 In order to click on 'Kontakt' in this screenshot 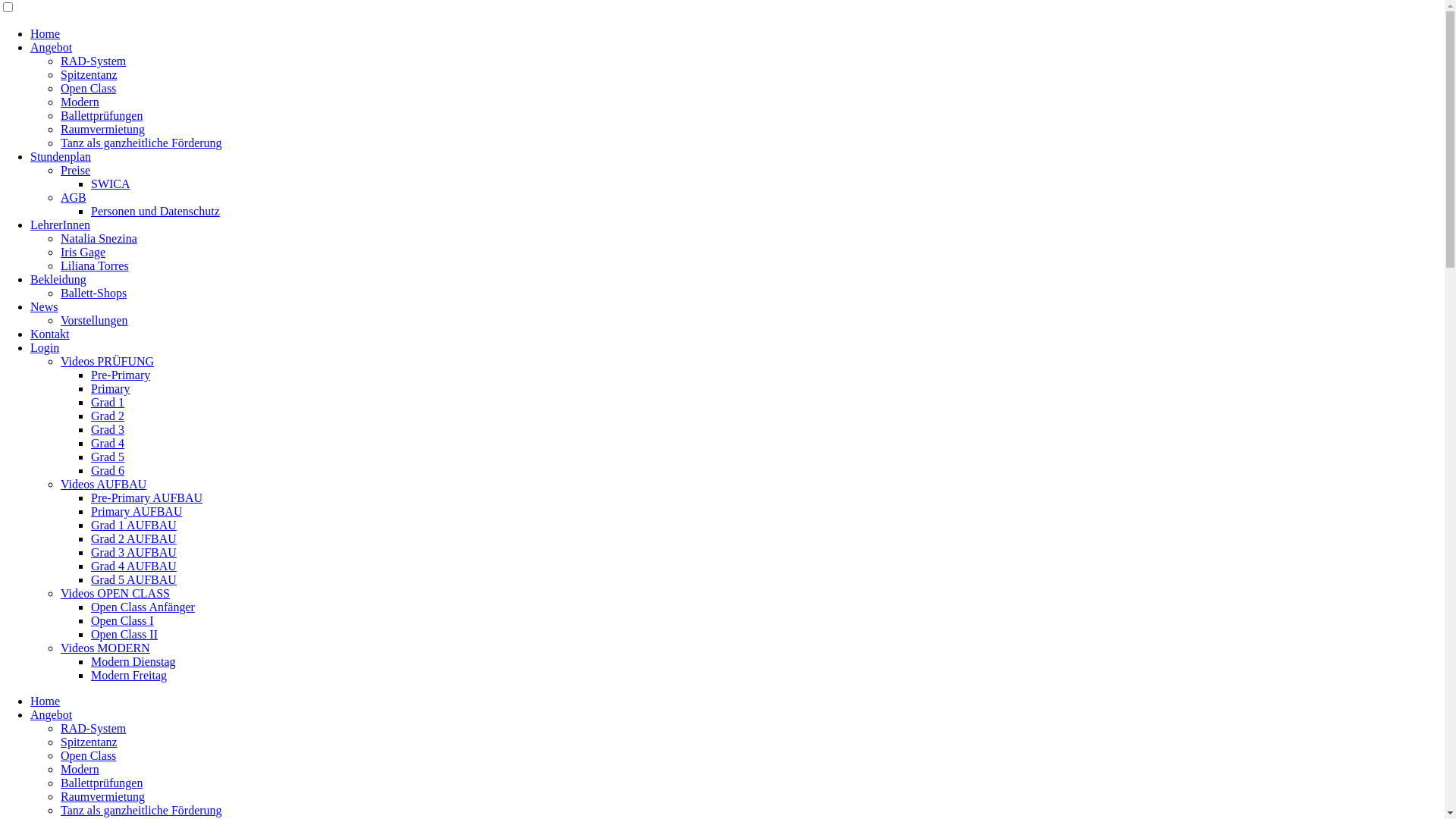, I will do `click(50, 333)`.